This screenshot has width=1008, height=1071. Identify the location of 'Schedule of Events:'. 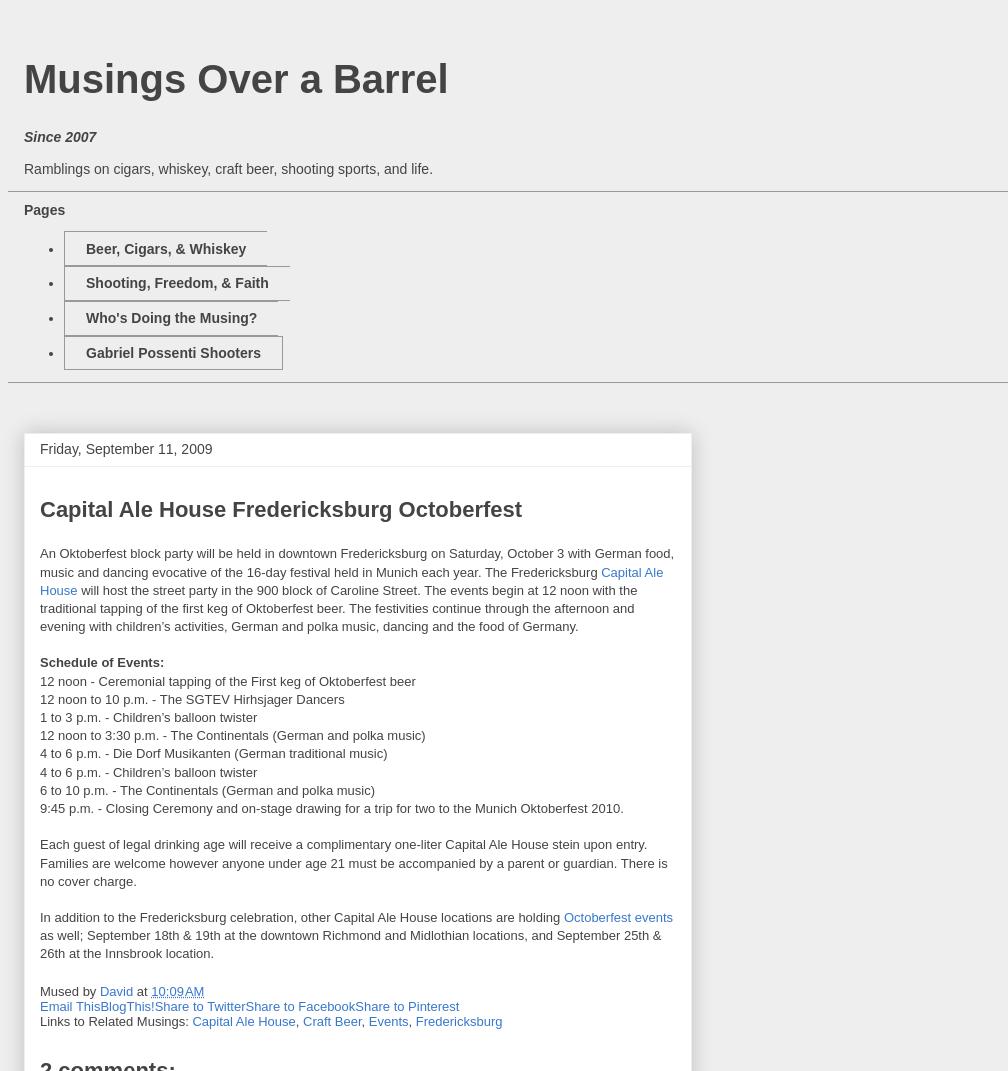
(40, 661).